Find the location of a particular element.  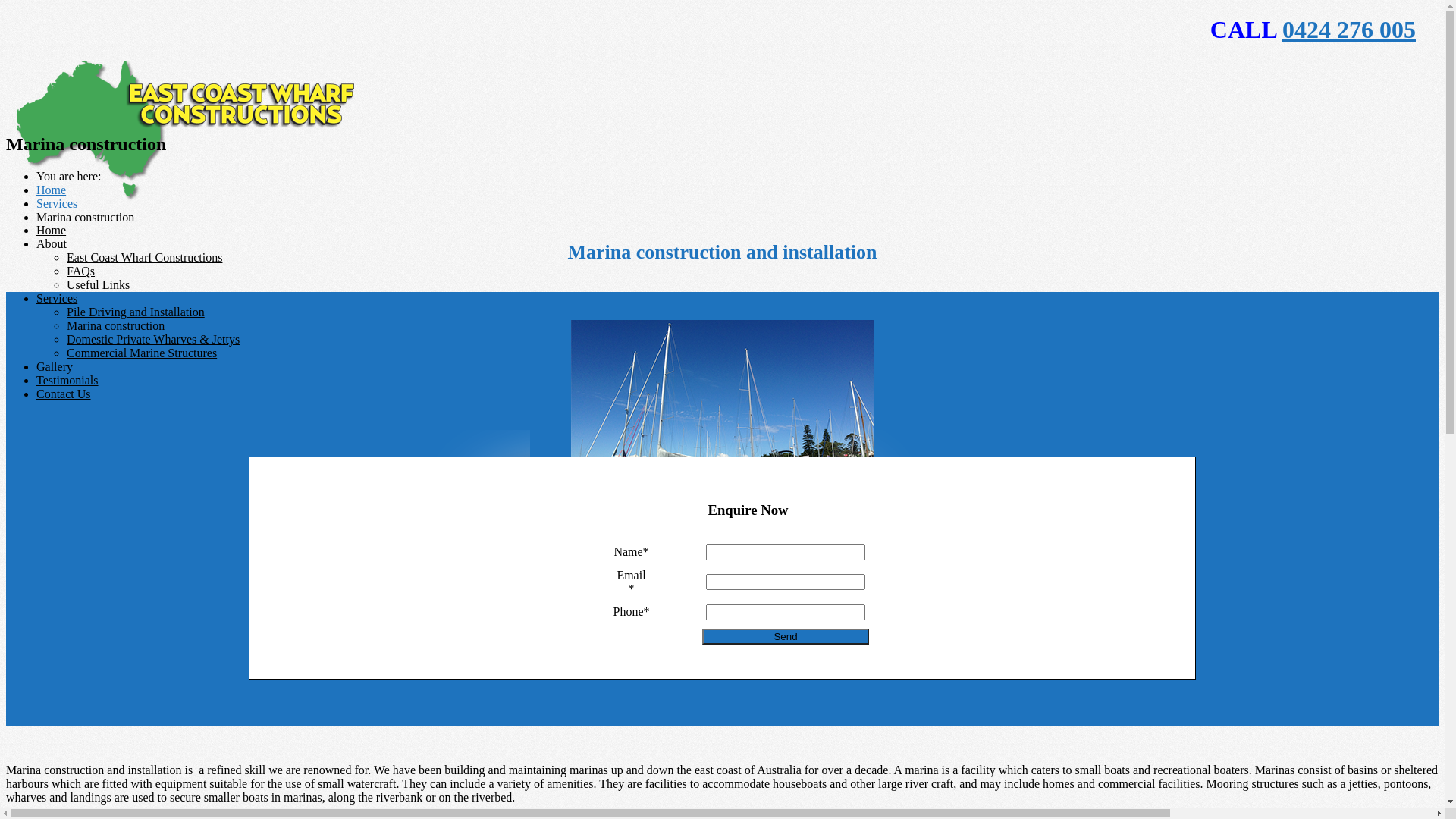

'Useful Links' is located at coordinates (97, 284).